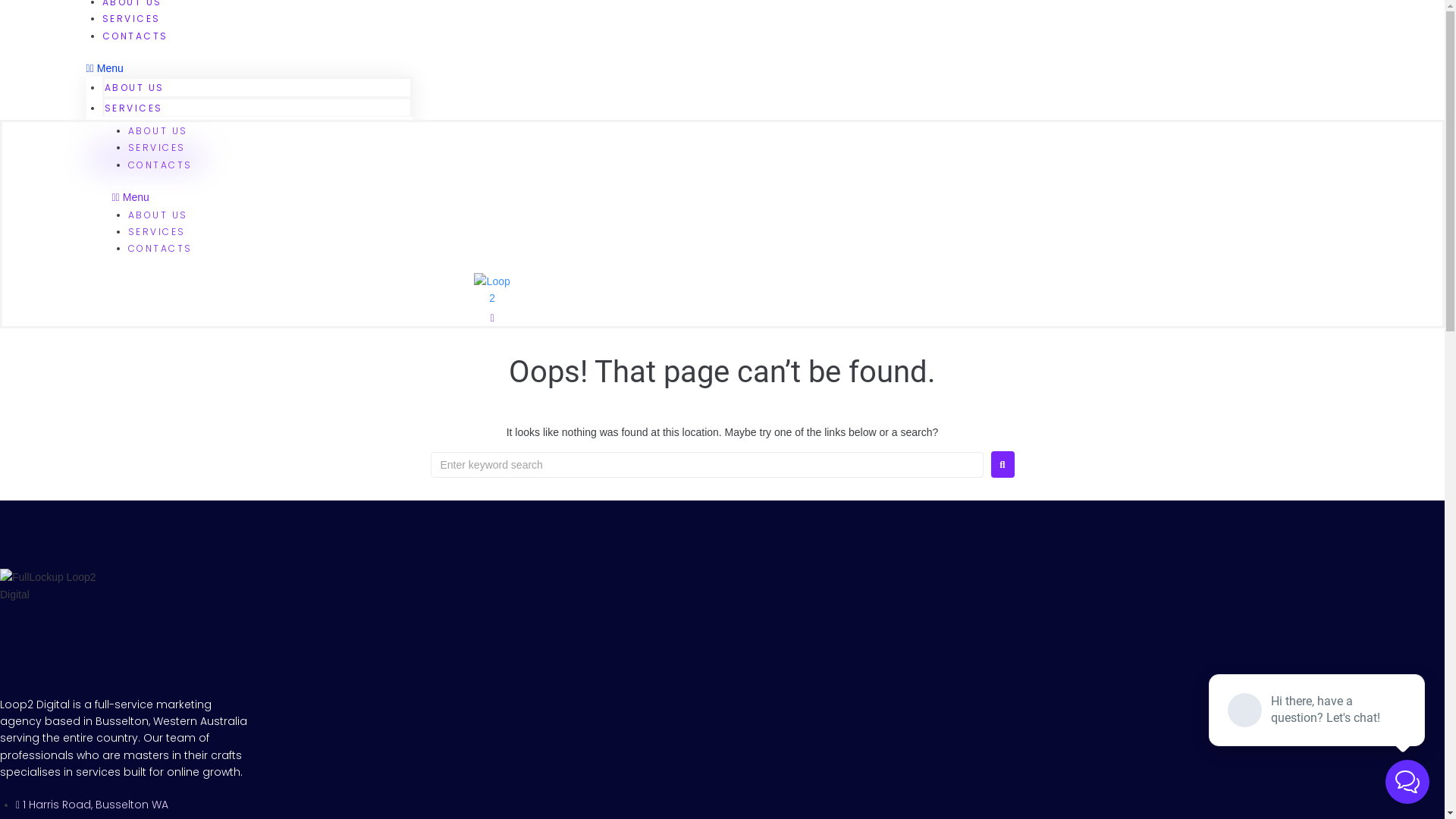 The width and height of the screenshot is (1456, 819). I want to click on 'SERVICES', so click(156, 147).